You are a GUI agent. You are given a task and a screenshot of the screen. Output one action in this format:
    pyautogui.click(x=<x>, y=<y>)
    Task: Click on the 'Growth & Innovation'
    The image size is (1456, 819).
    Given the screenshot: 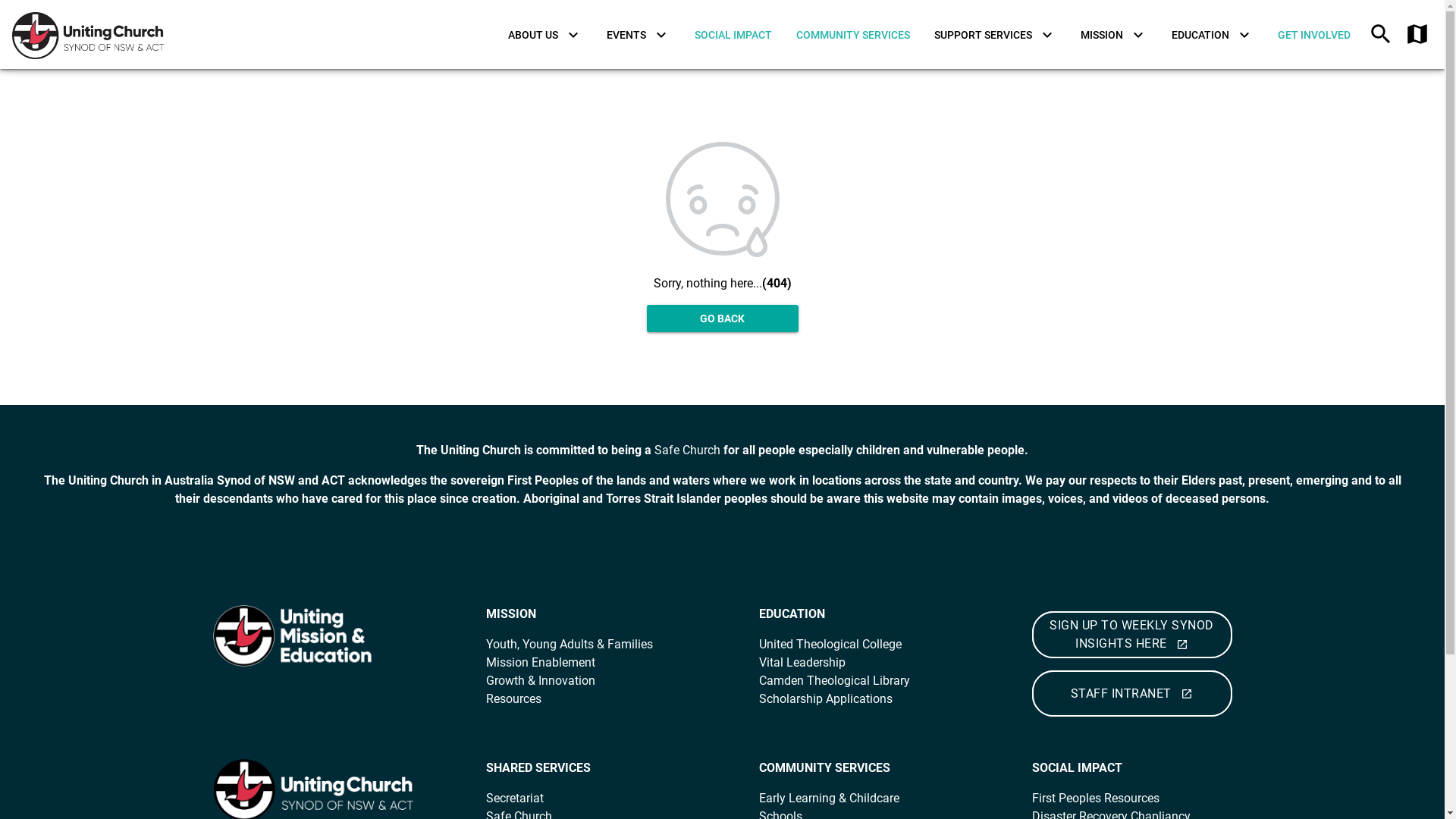 What is the action you would take?
    pyautogui.click(x=539, y=679)
    